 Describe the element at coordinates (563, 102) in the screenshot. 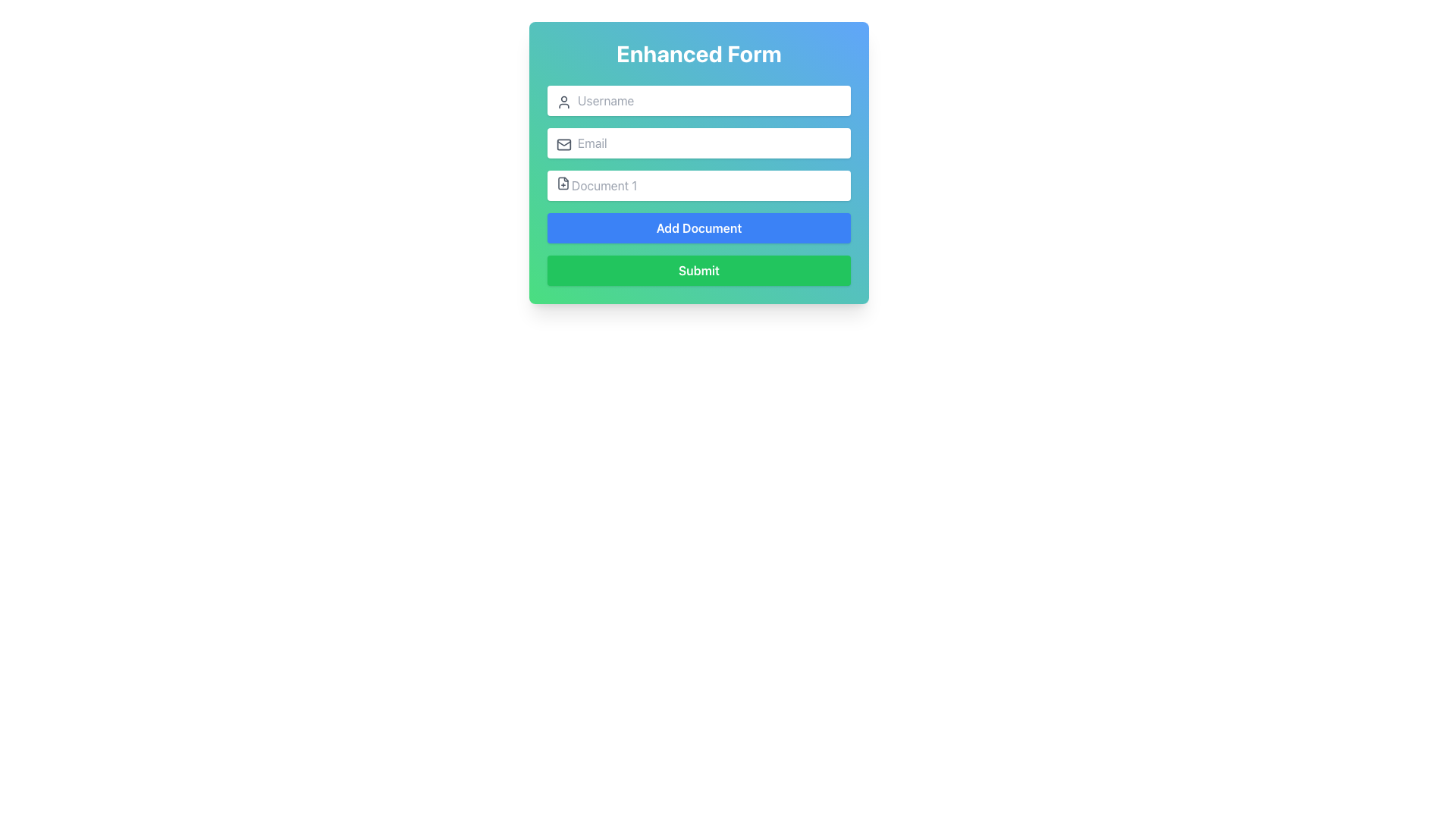

I see `the user icon located on the far-left side of the 'Username' input field, indicating that the field is for entering username information` at that location.